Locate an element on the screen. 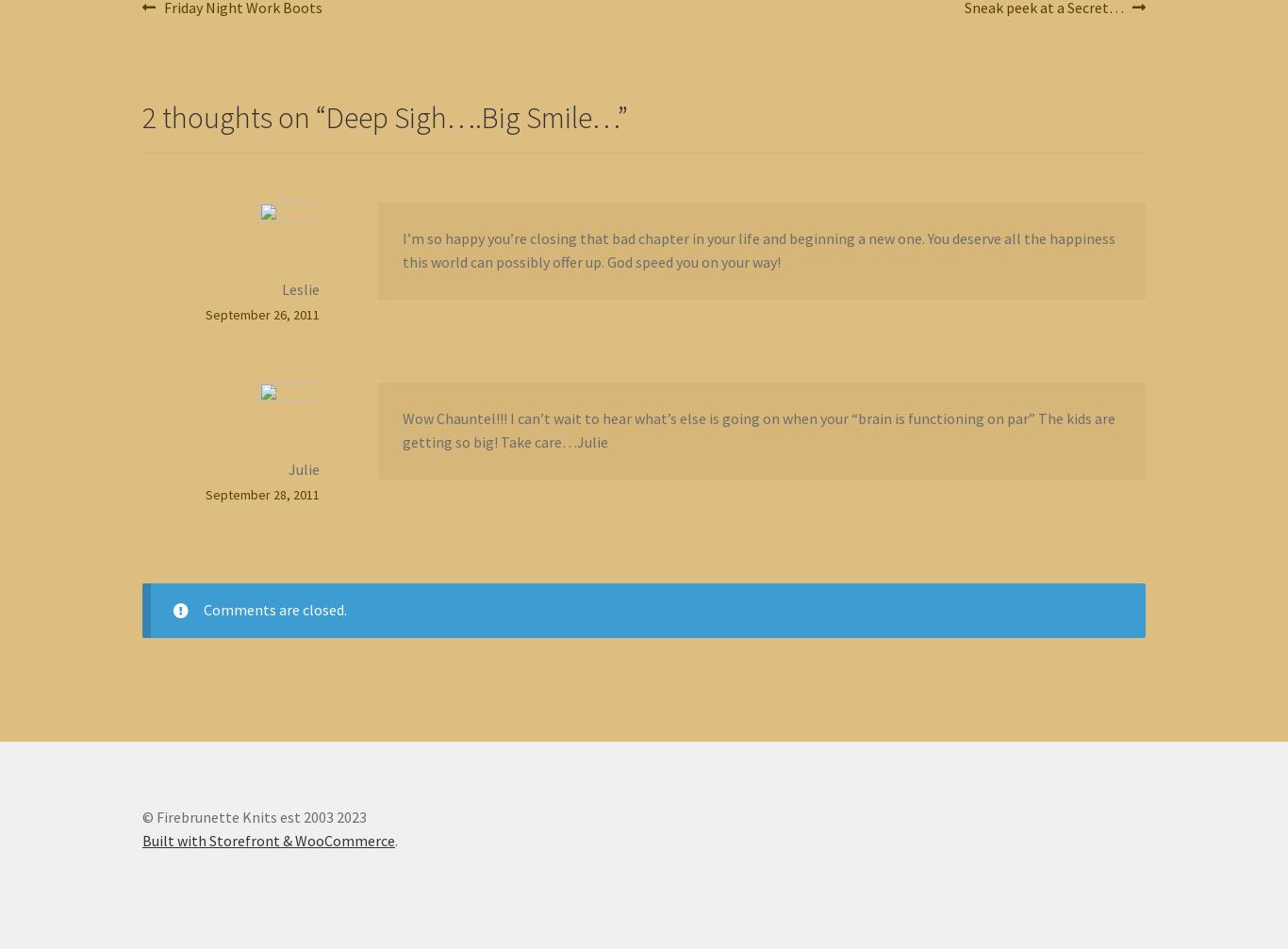 The height and width of the screenshot is (949, 1288). '2 thoughts on “' is located at coordinates (234, 116).